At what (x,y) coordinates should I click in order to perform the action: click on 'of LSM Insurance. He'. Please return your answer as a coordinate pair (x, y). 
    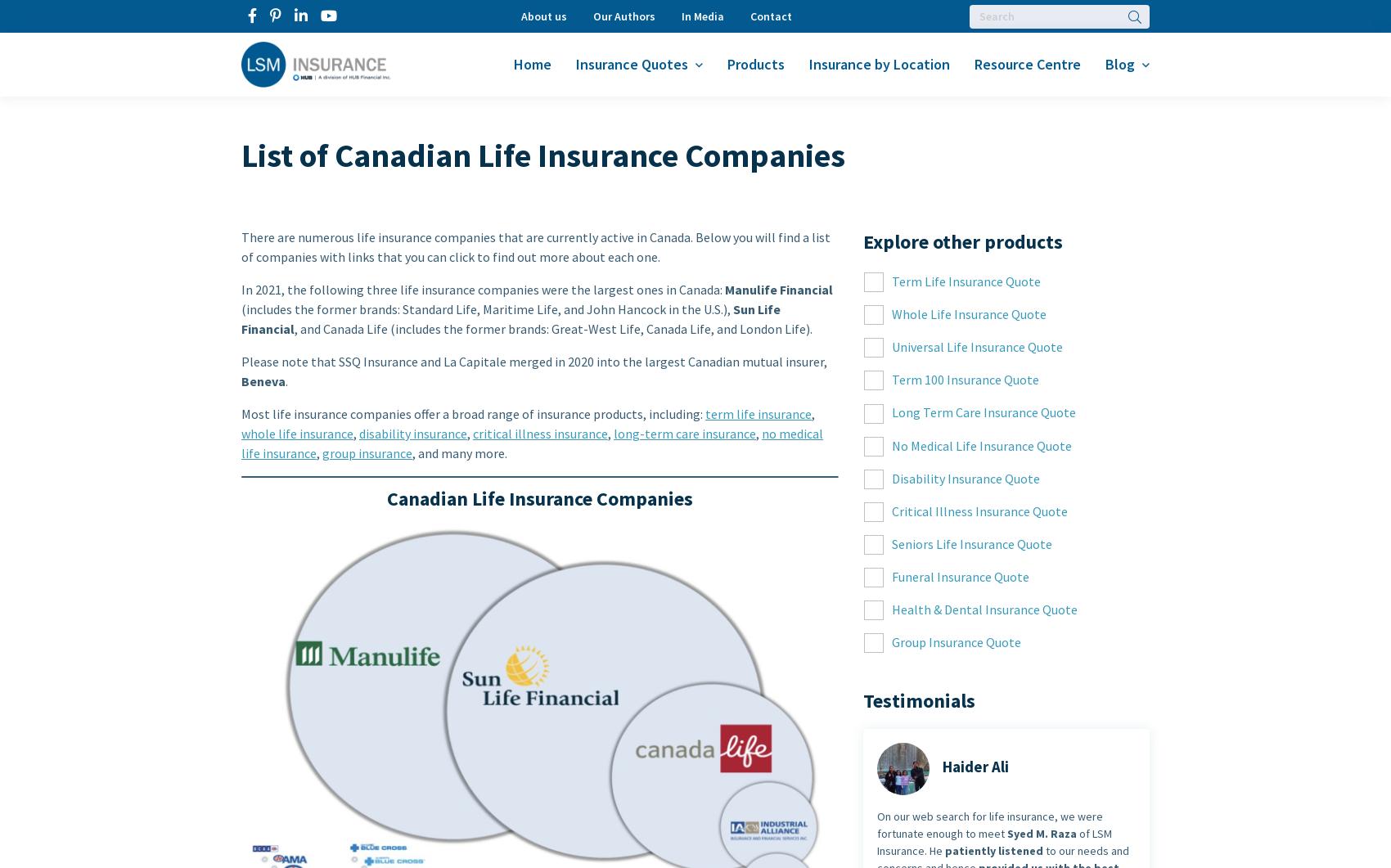
    Looking at the image, I should click on (877, 841).